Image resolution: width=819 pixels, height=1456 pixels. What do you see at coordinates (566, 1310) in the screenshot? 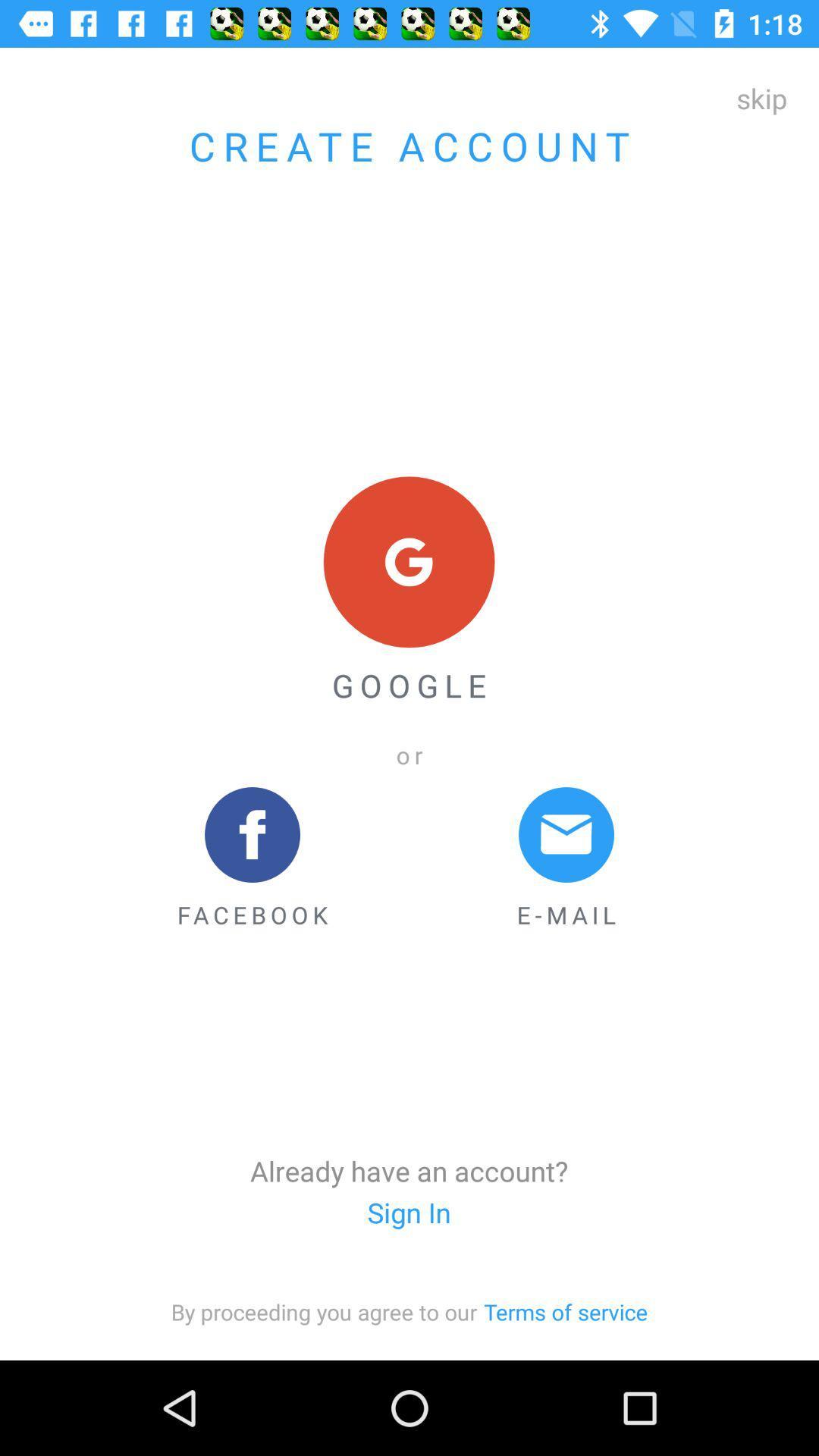
I see `item at the bottom right corner` at bounding box center [566, 1310].